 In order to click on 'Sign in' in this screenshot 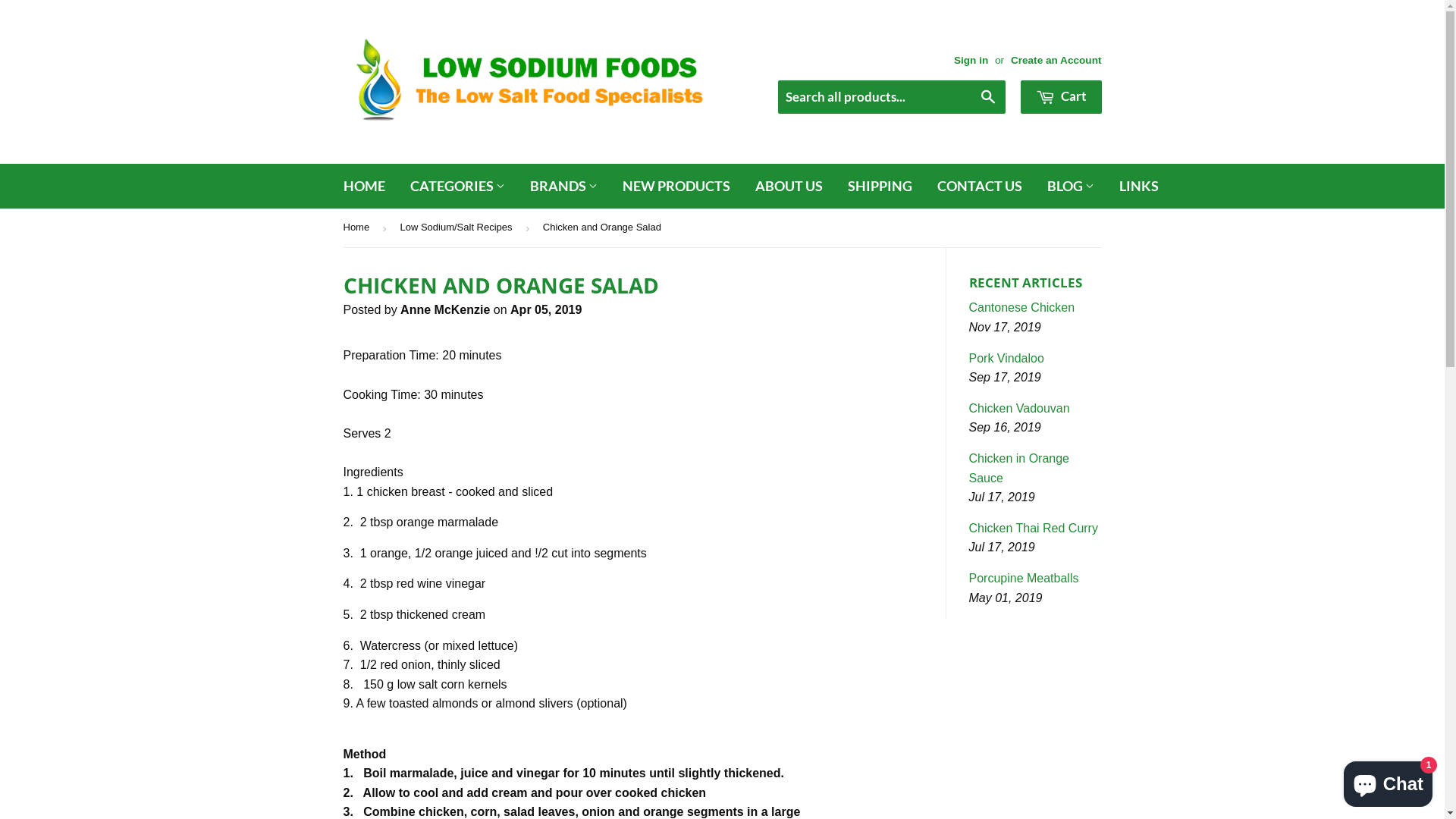, I will do `click(971, 59)`.